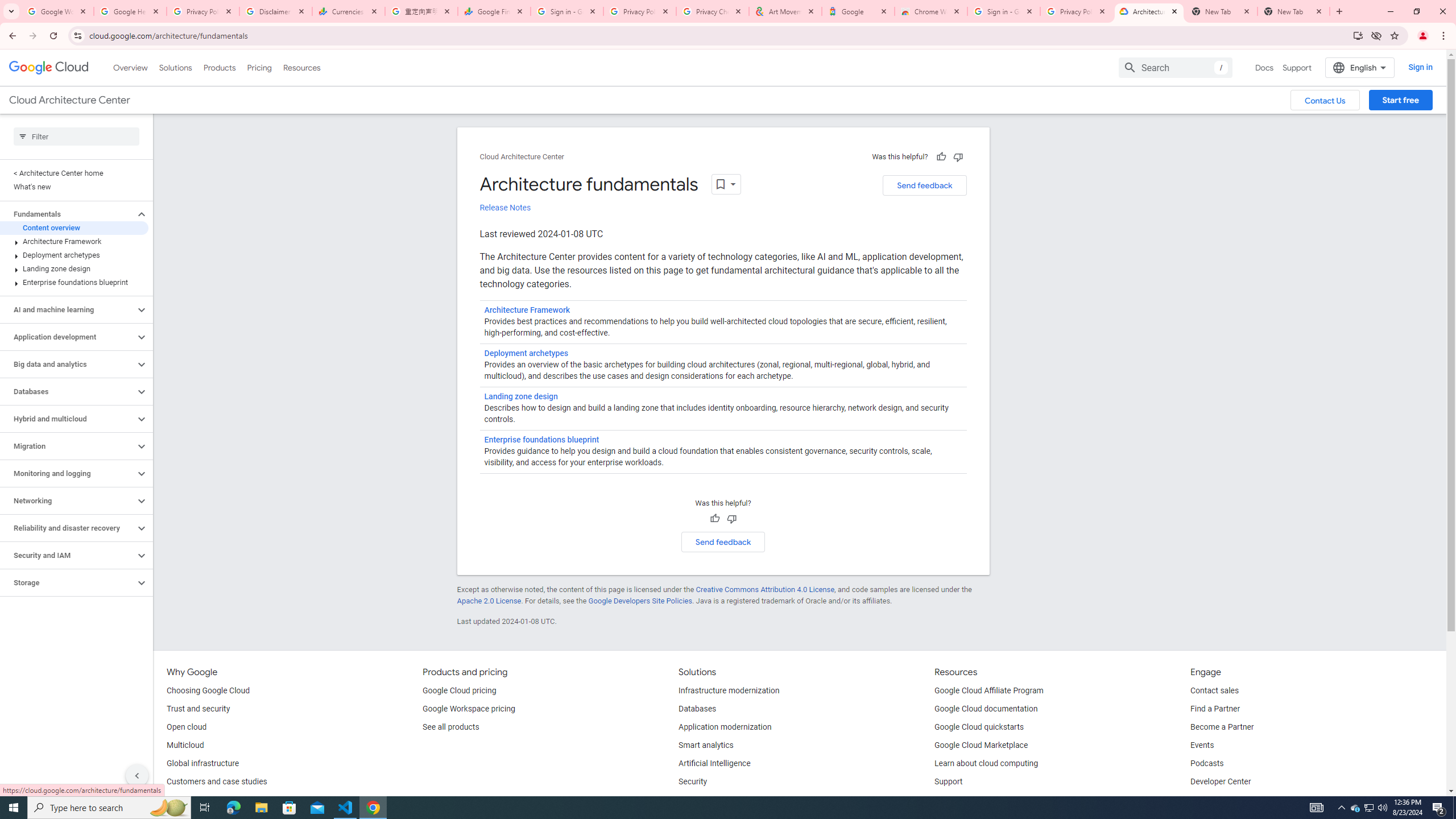 The image size is (1456, 819). I want to click on 'What', so click(74, 187).